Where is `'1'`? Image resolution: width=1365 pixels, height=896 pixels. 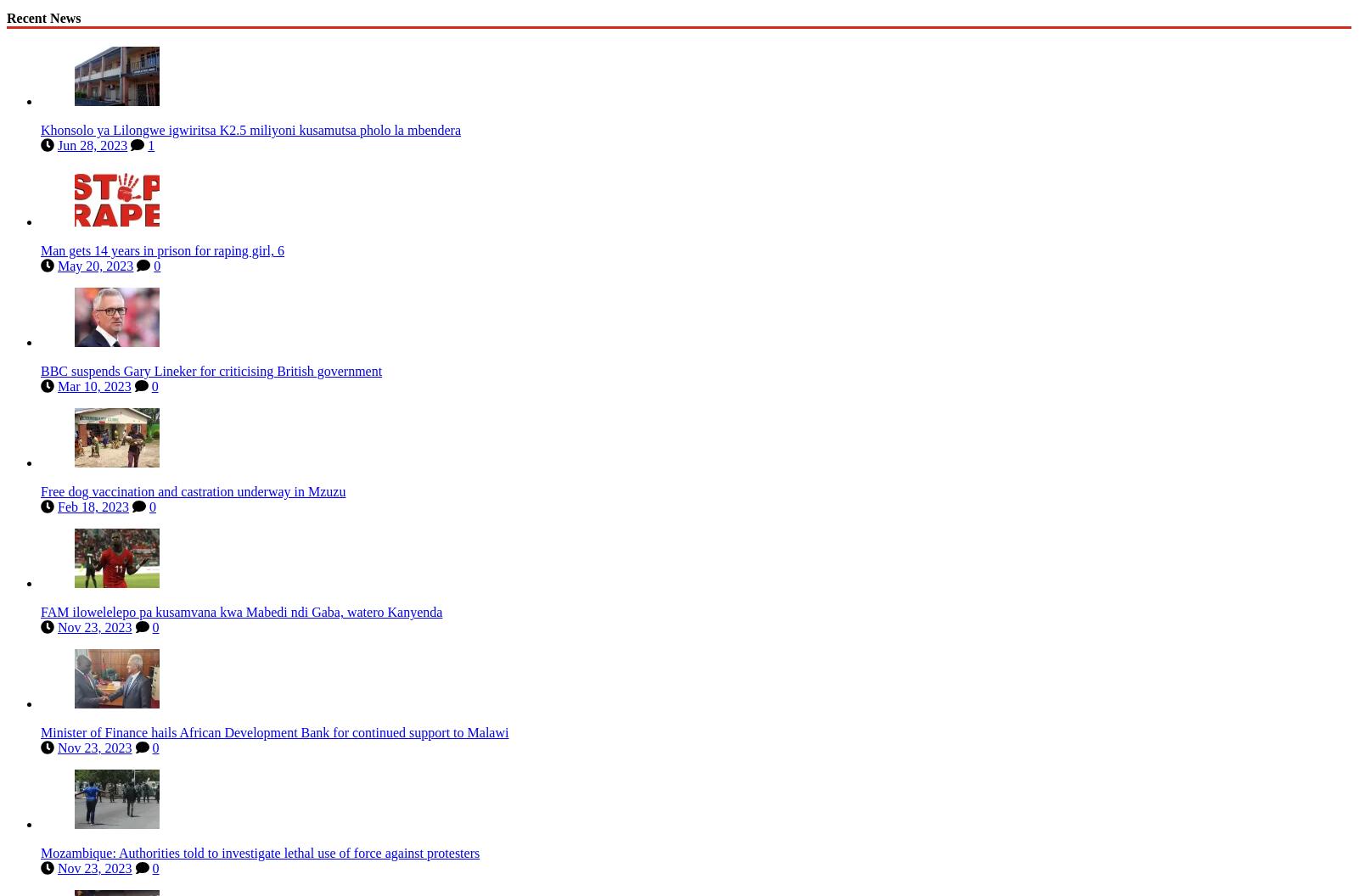
'1' is located at coordinates (150, 142).